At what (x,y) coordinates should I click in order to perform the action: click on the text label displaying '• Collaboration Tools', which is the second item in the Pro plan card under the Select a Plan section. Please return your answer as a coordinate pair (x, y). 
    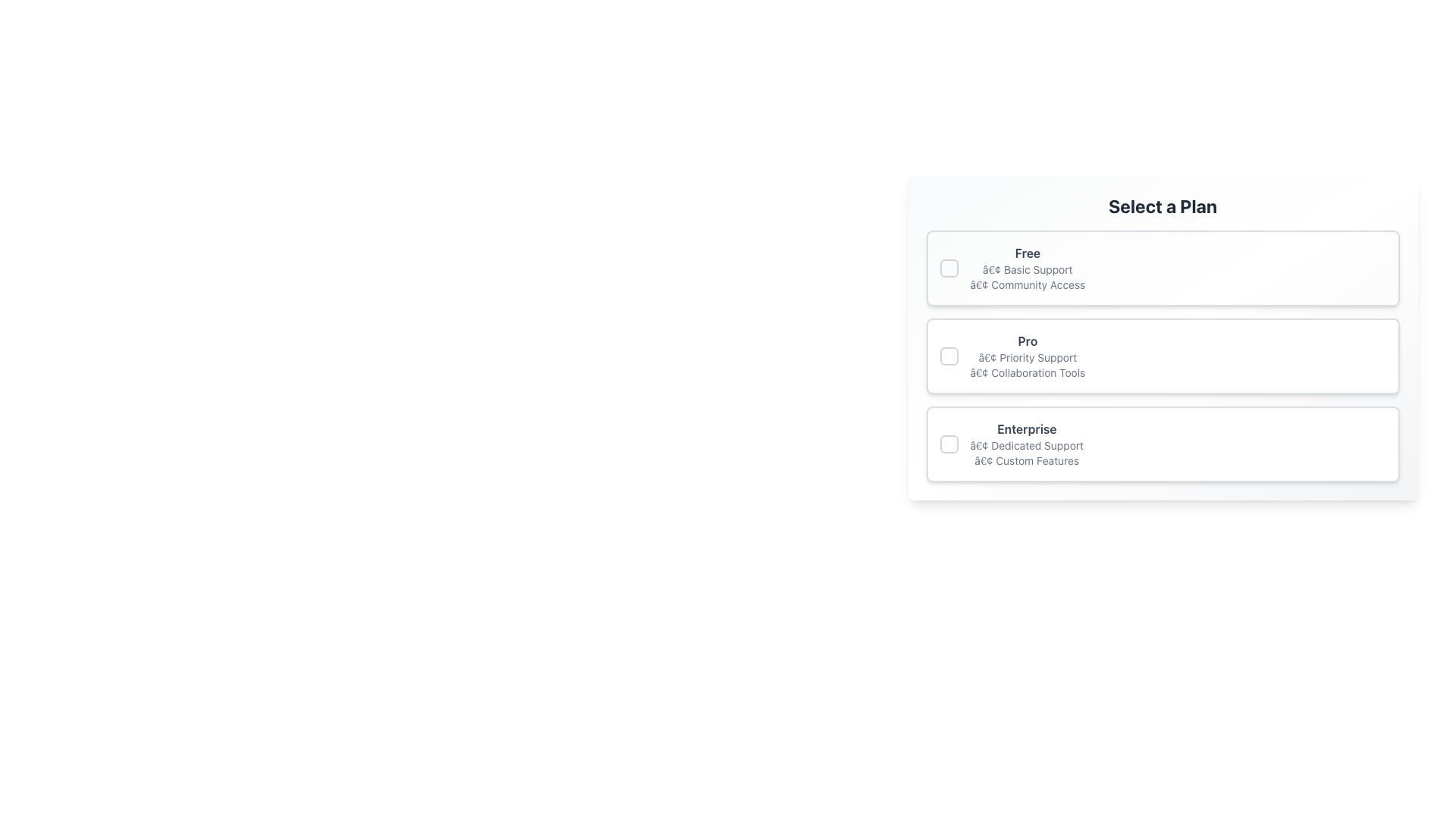
    Looking at the image, I should click on (1028, 373).